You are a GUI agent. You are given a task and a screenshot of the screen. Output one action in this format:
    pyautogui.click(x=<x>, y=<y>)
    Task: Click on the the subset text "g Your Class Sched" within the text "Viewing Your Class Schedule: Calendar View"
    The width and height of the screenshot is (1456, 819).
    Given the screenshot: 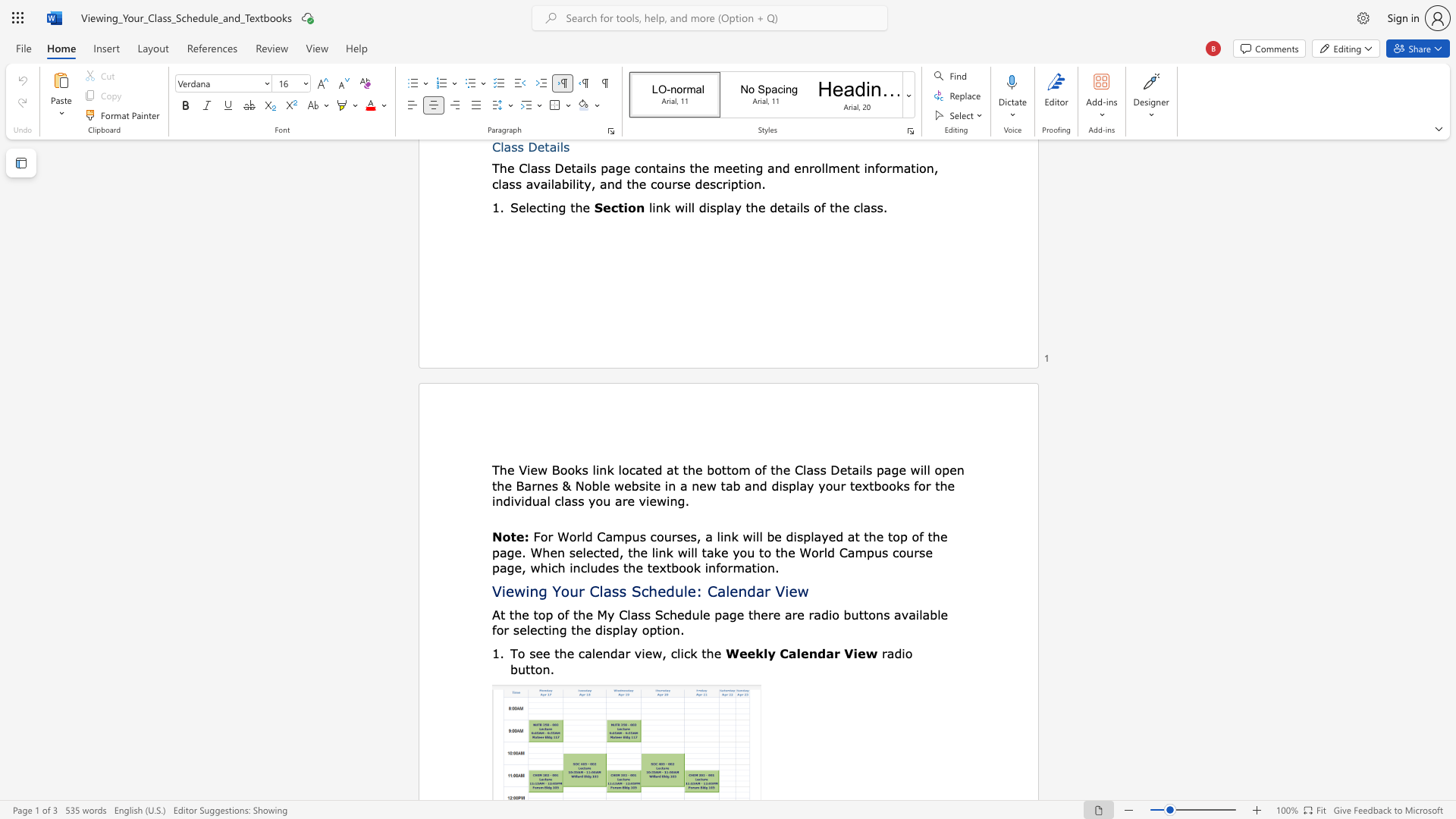 What is the action you would take?
    pyautogui.click(x=538, y=590)
    